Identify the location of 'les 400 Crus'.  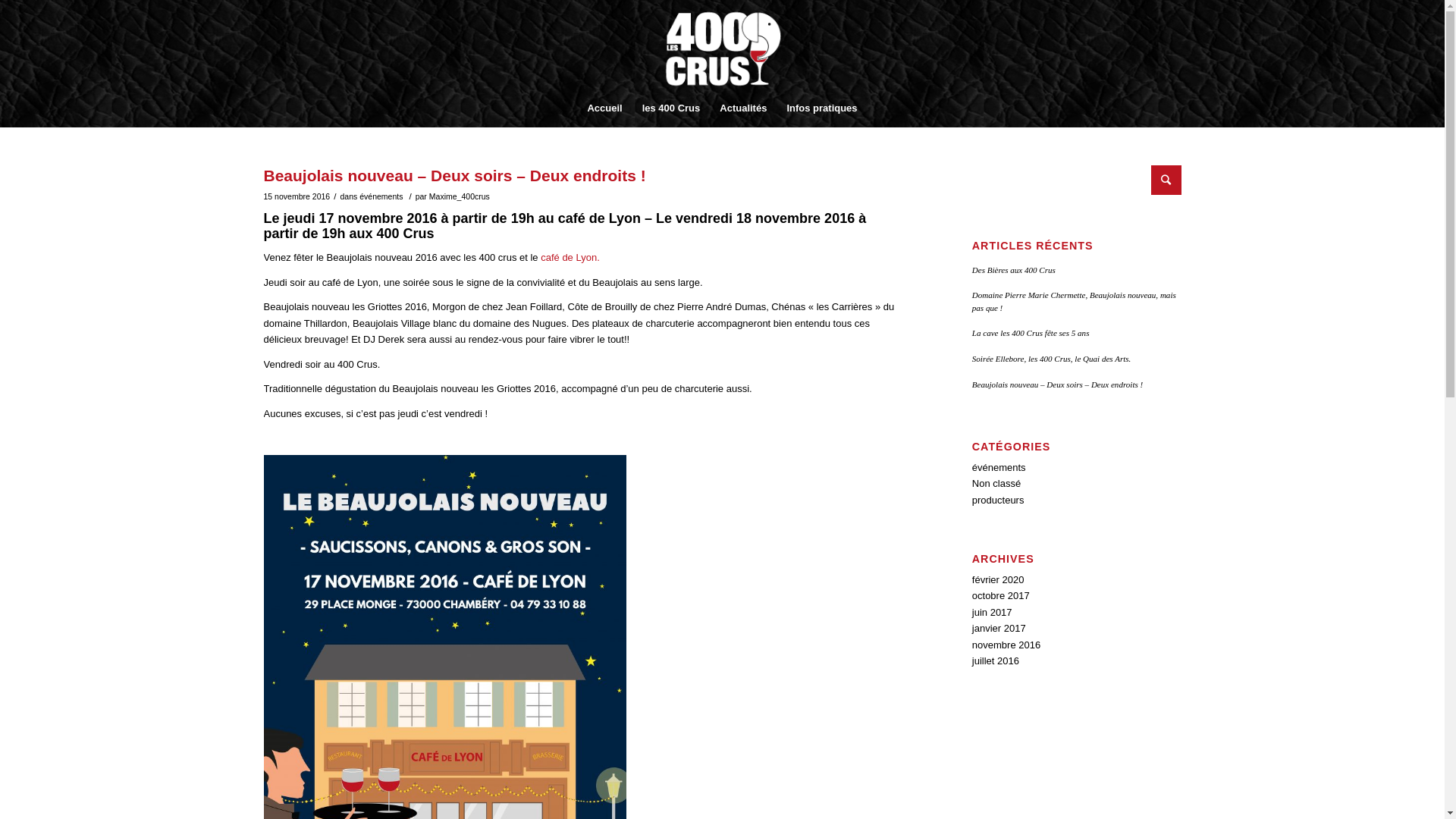
(670, 107).